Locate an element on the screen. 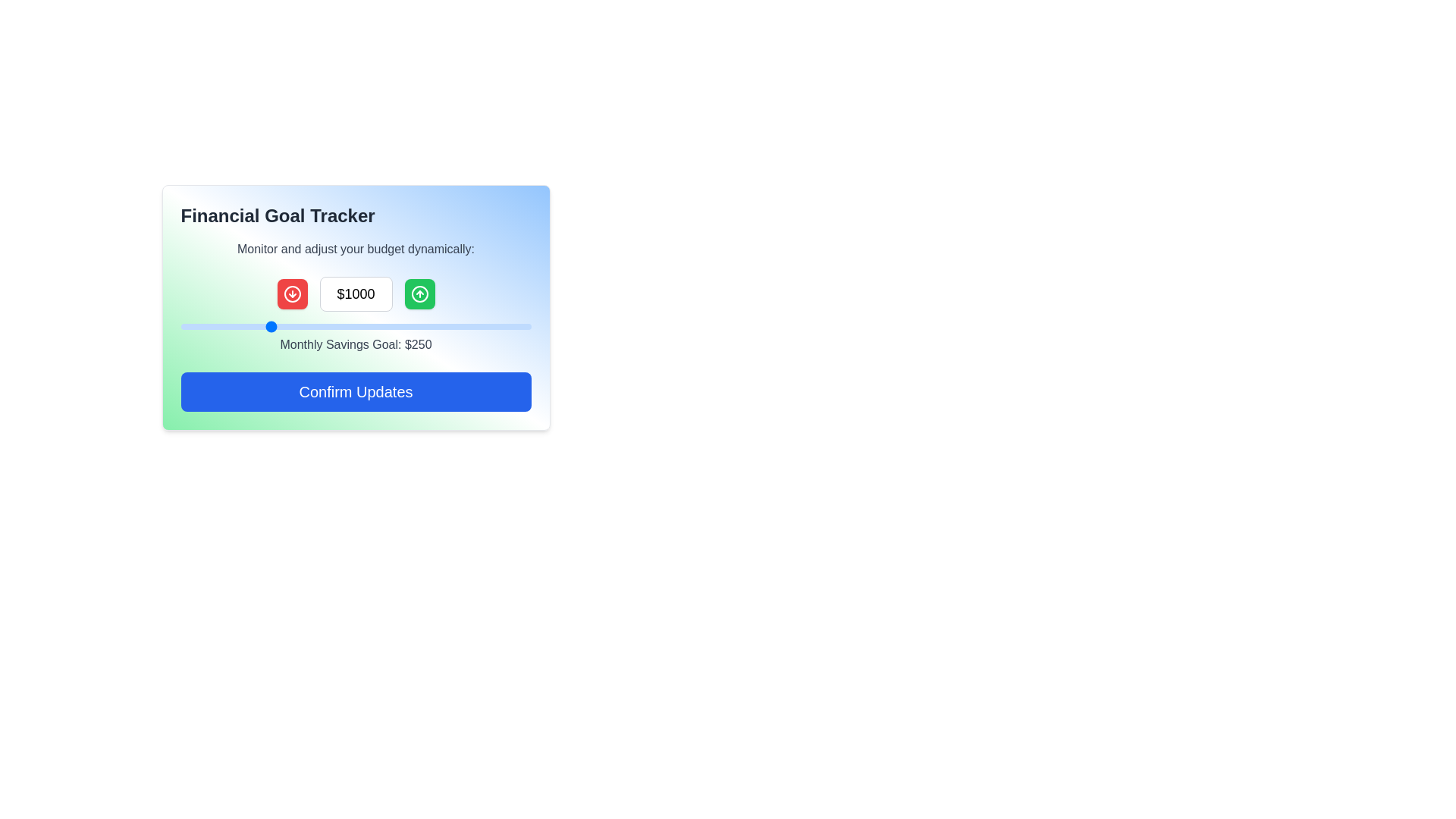  the text label displaying 'Monitor and adjust your budget dynamically:' which is located below the 'Financial Goal Tracker' heading and above the budget adjustment section is located at coordinates (355, 248).